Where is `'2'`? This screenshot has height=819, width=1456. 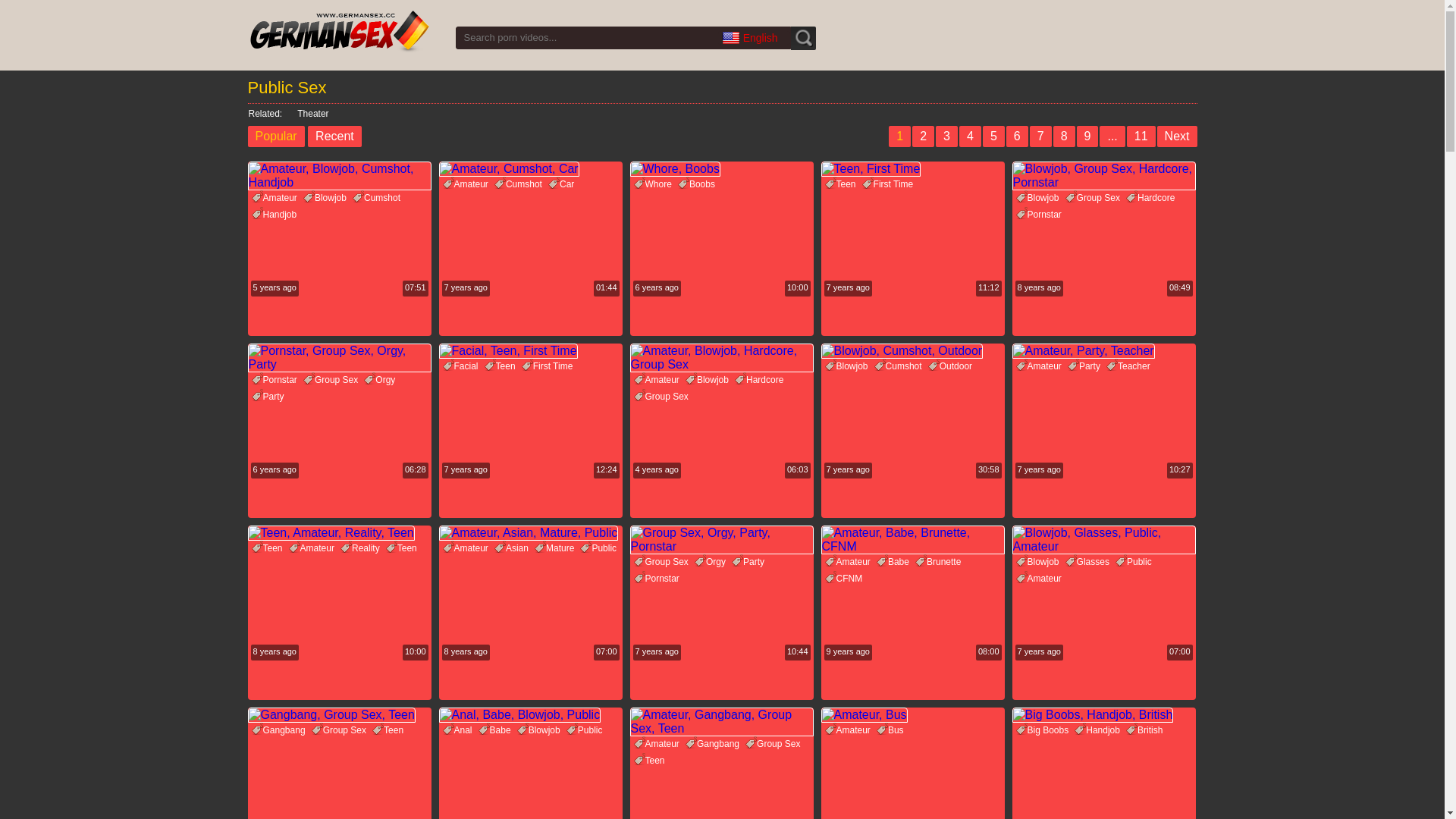 '2' is located at coordinates (912, 136).